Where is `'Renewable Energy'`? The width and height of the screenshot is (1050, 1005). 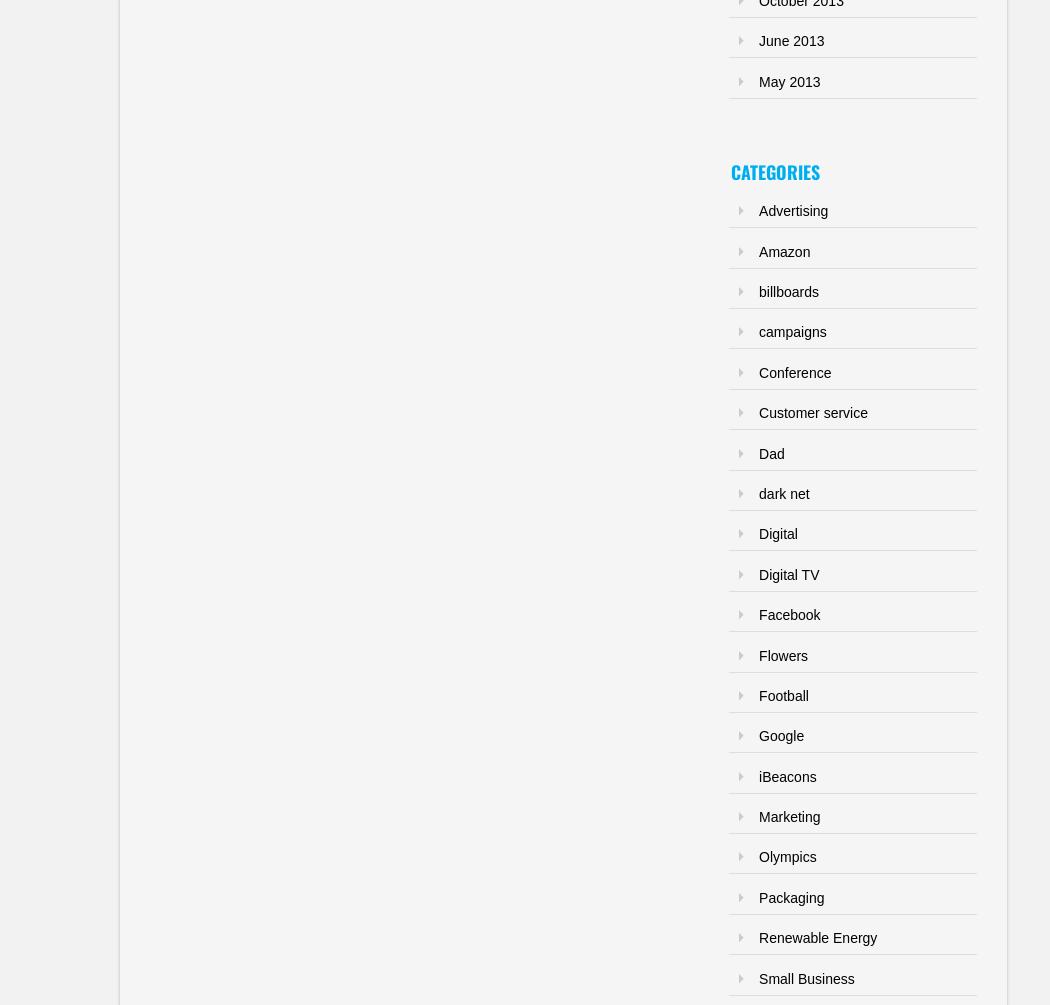 'Renewable Energy' is located at coordinates (816, 936).